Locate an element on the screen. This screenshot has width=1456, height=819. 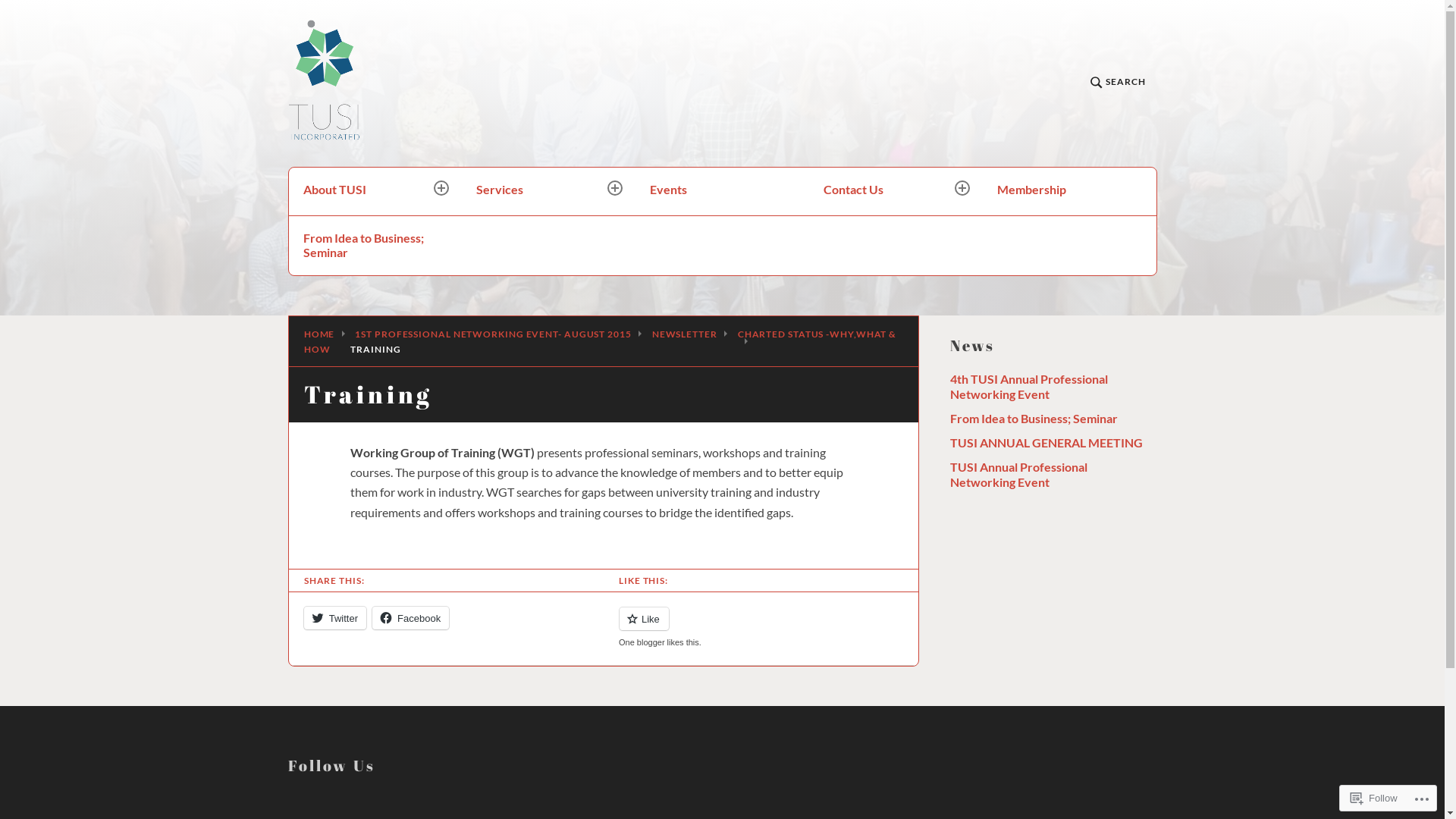
'4th TUSI Annual Professional Networking Event' is located at coordinates (949, 385).